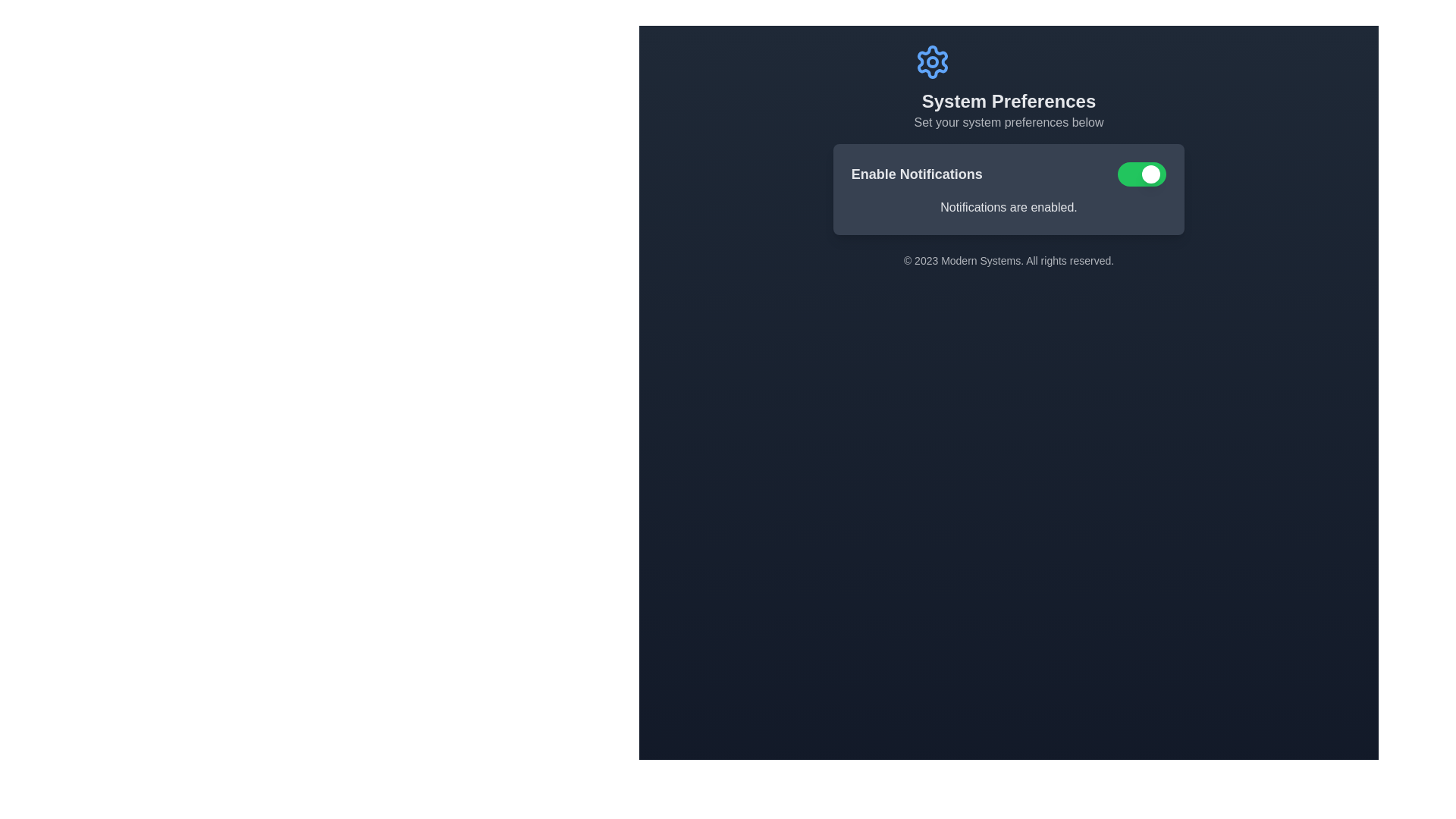  Describe the element at coordinates (1142, 174) in the screenshot. I see `the toggle switch with a green background and a white circular handle indicating the 'on' position` at that location.